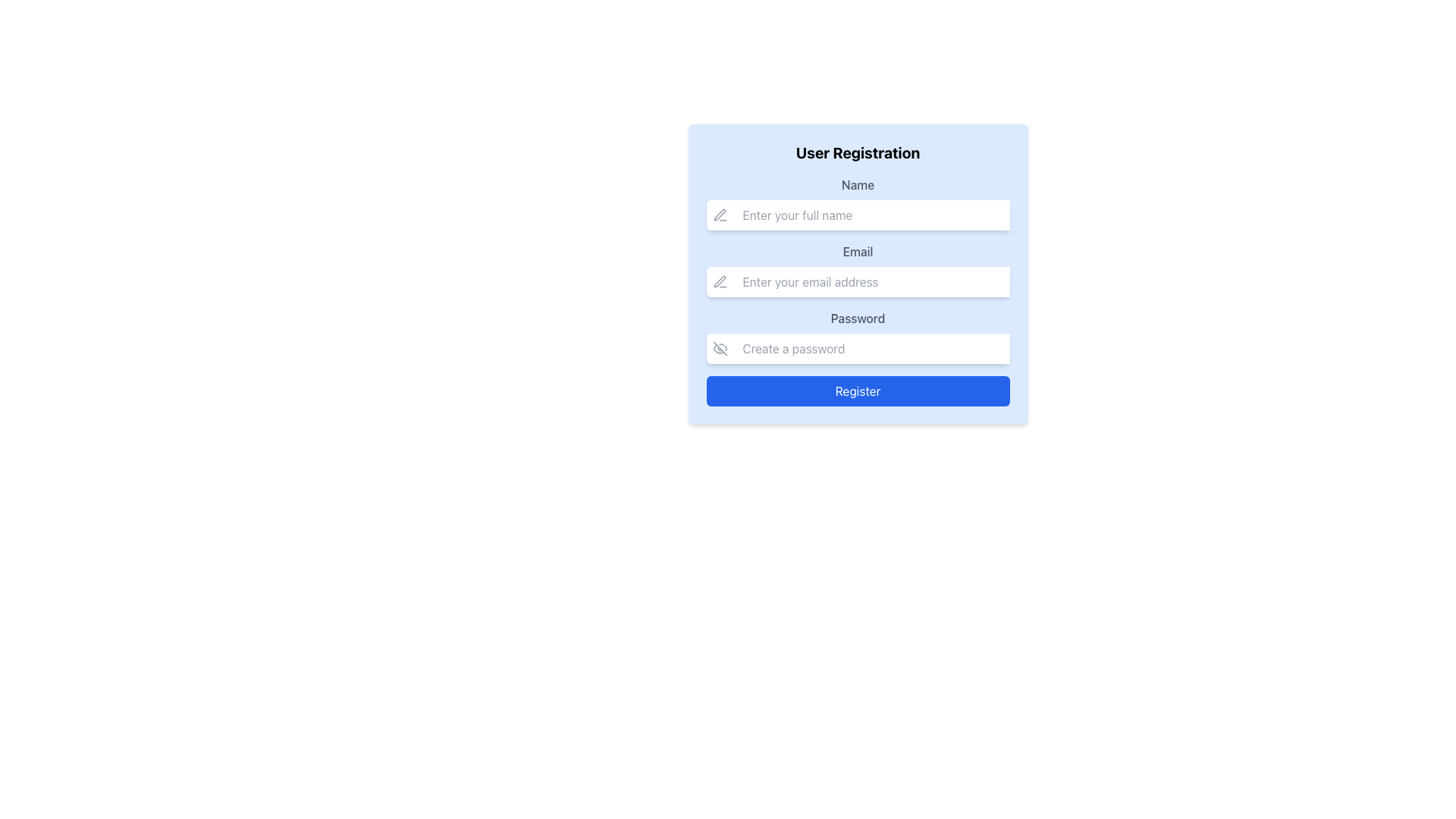  Describe the element at coordinates (858, 250) in the screenshot. I see `the 'Email' label element, which is styled with medium font weight and gray color, located in the center of the registration form above the email input field` at that location.